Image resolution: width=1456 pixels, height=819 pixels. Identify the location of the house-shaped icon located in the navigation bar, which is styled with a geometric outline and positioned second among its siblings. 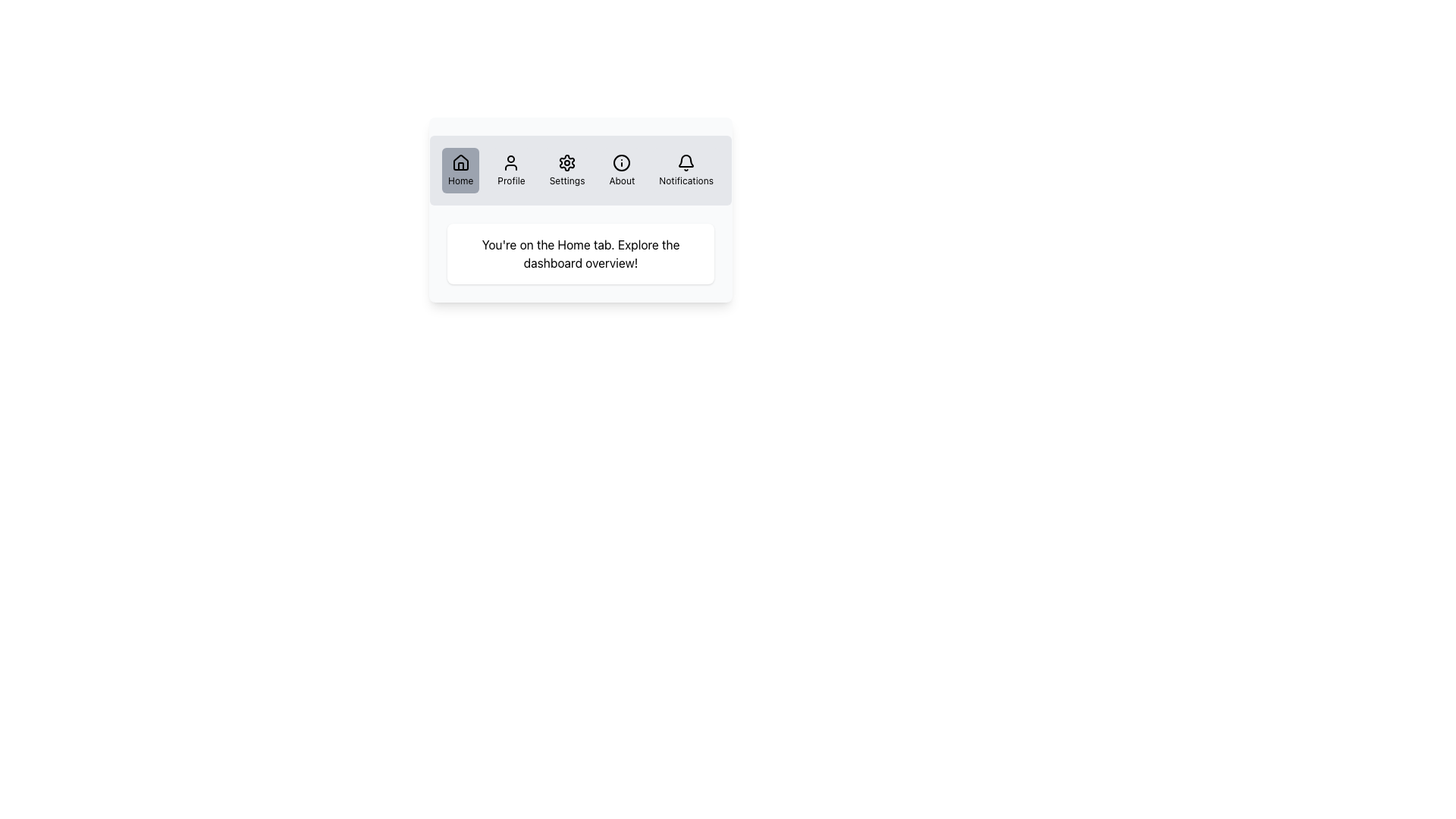
(460, 162).